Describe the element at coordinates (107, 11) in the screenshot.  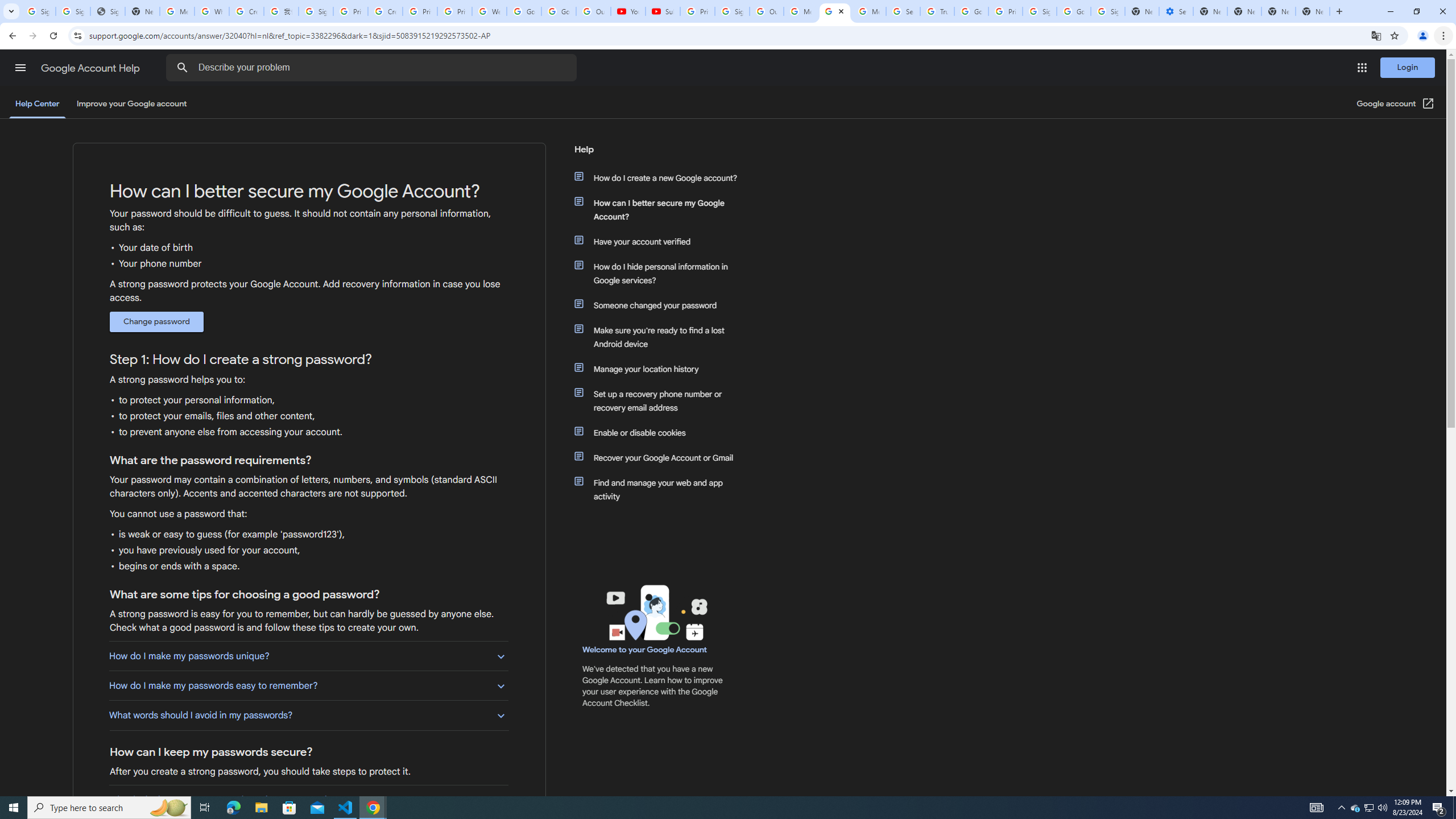
I see `'Sign In - USA TODAY'` at that location.